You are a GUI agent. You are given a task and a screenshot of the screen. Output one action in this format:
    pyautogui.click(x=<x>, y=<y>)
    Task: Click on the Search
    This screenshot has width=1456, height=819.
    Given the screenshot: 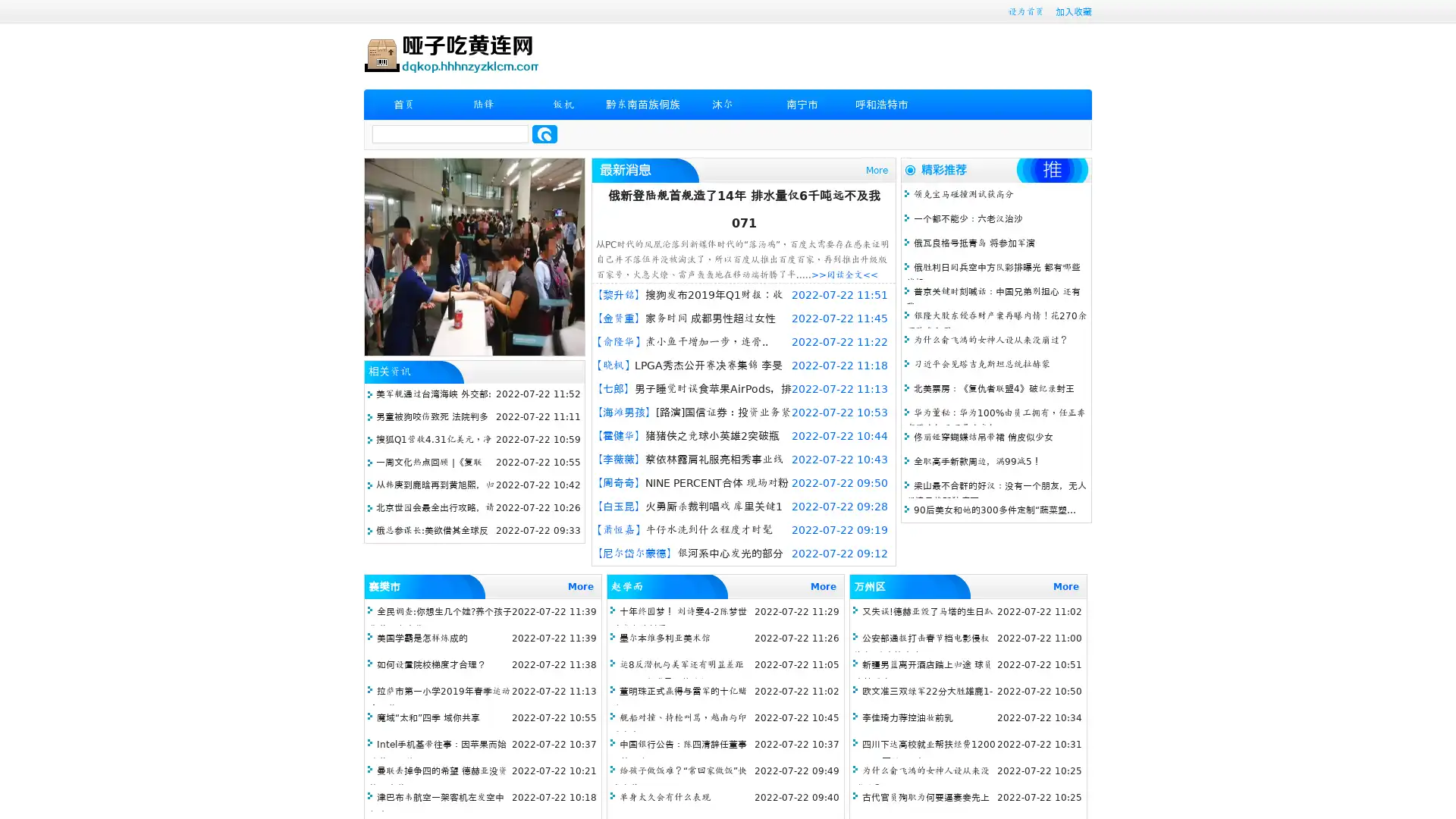 What is the action you would take?
    pyautogui.click(x=544, y=133)
    